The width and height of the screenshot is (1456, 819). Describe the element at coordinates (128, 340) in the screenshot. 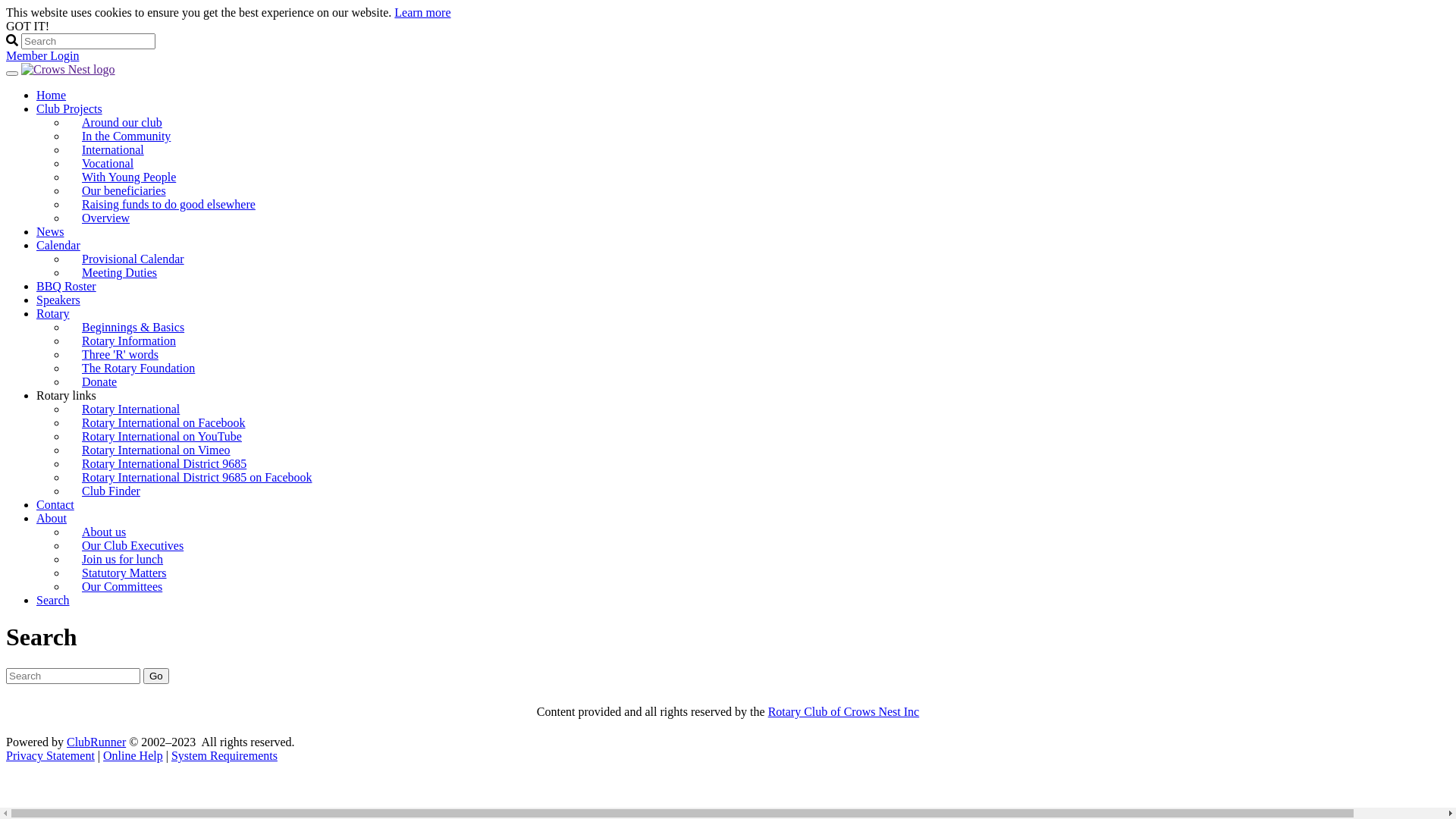

I see `'Rotary Information'` at that location.